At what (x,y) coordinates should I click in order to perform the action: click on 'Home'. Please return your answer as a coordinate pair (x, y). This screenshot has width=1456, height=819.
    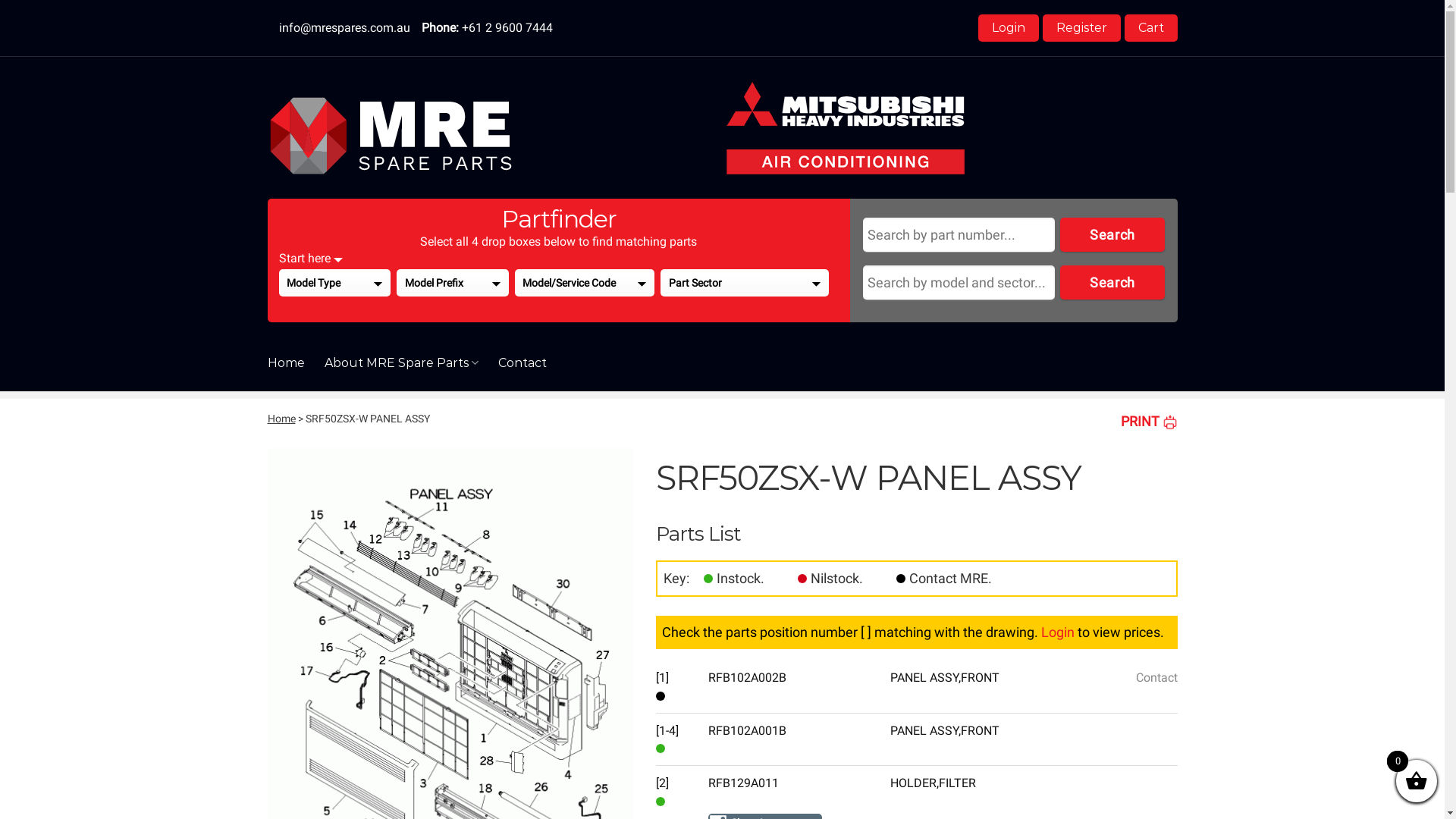
    Looking at the image, I should click on (281, 418).